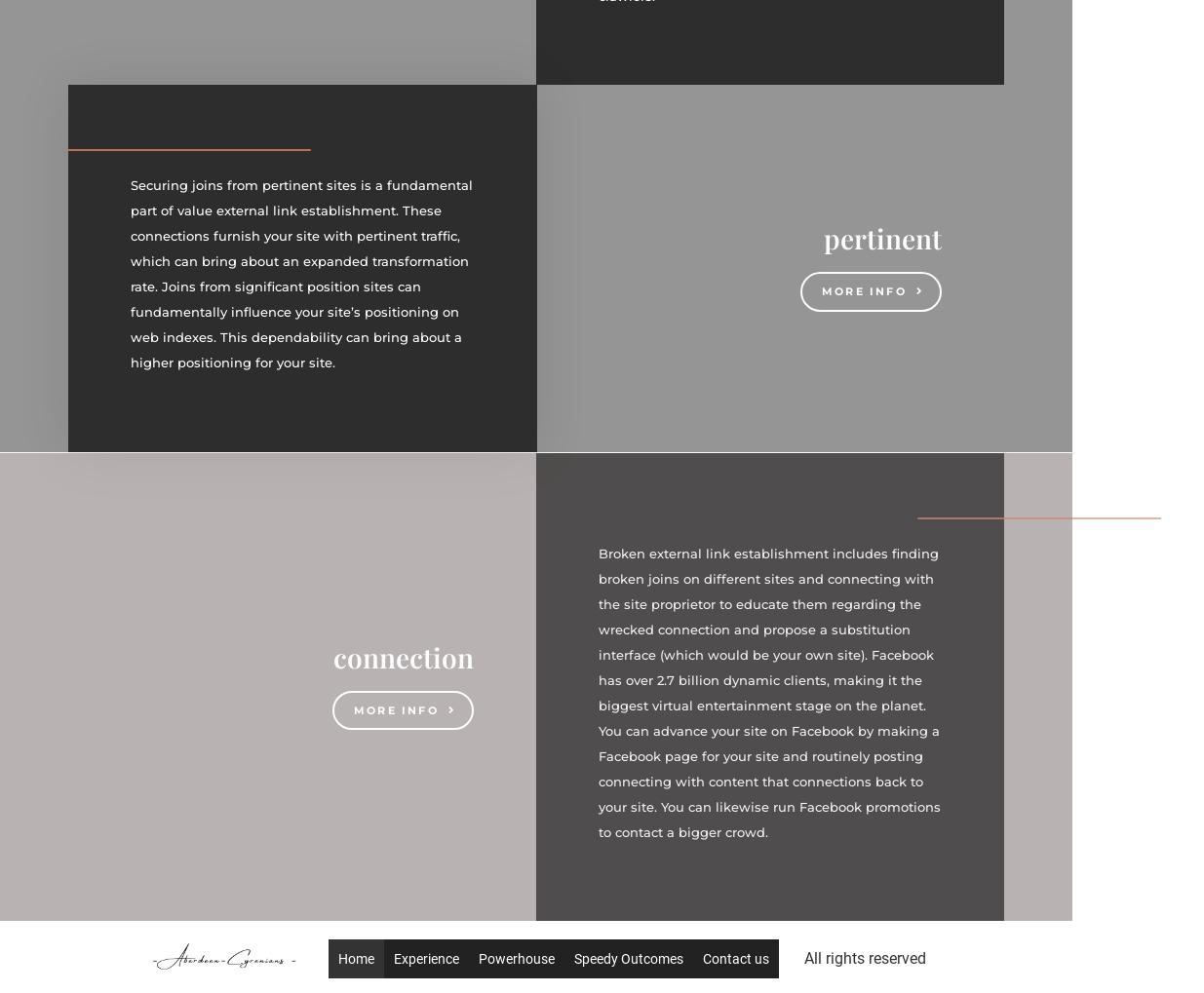 The height and width of the screenshot is (993, 1204). What do you see at coordinates (571, 959) in the screenshot?
I see `'Speedy Outcomes'` at bounding box center [571, 959].